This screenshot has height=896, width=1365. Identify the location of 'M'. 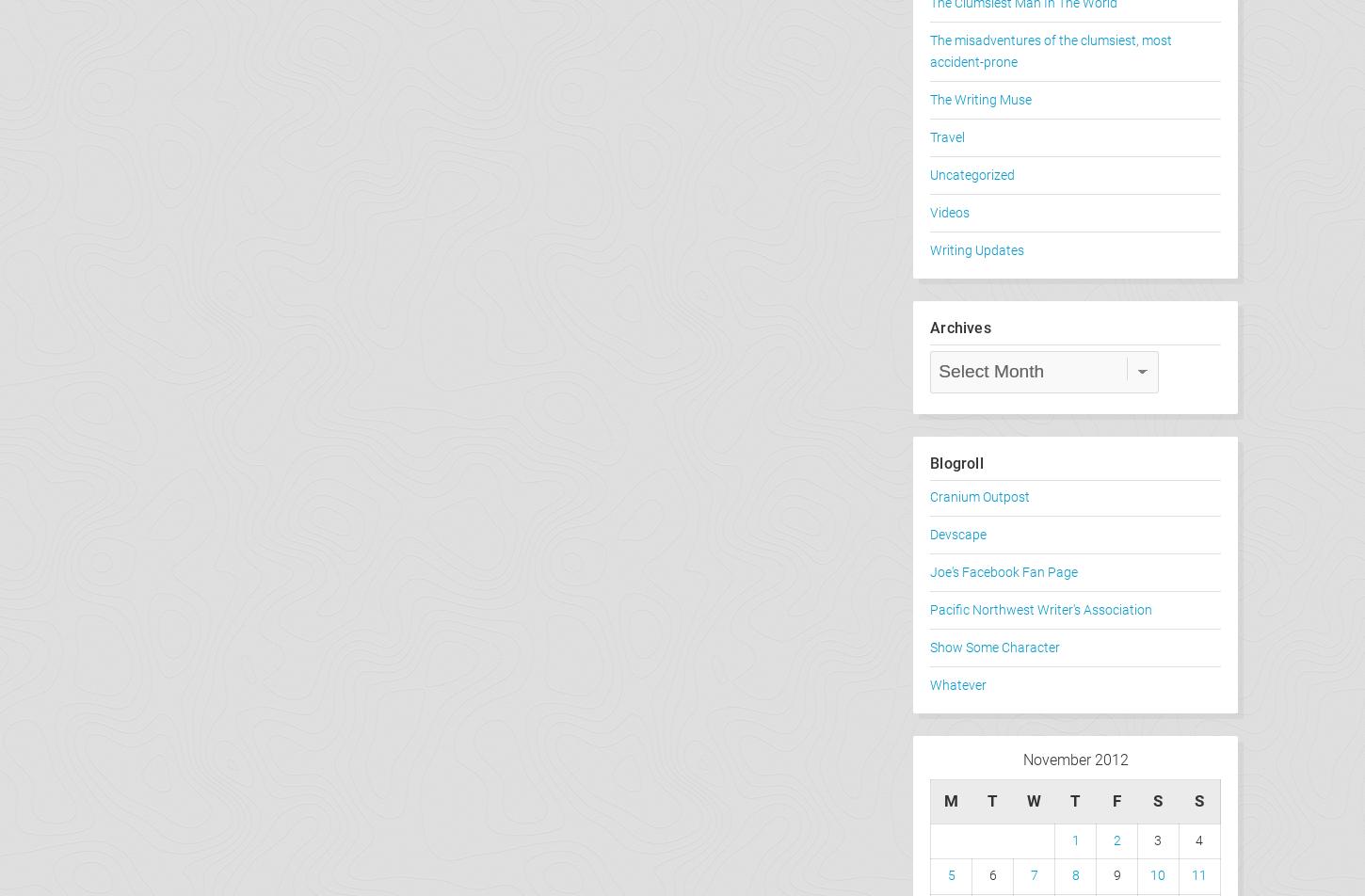
(943, 800).